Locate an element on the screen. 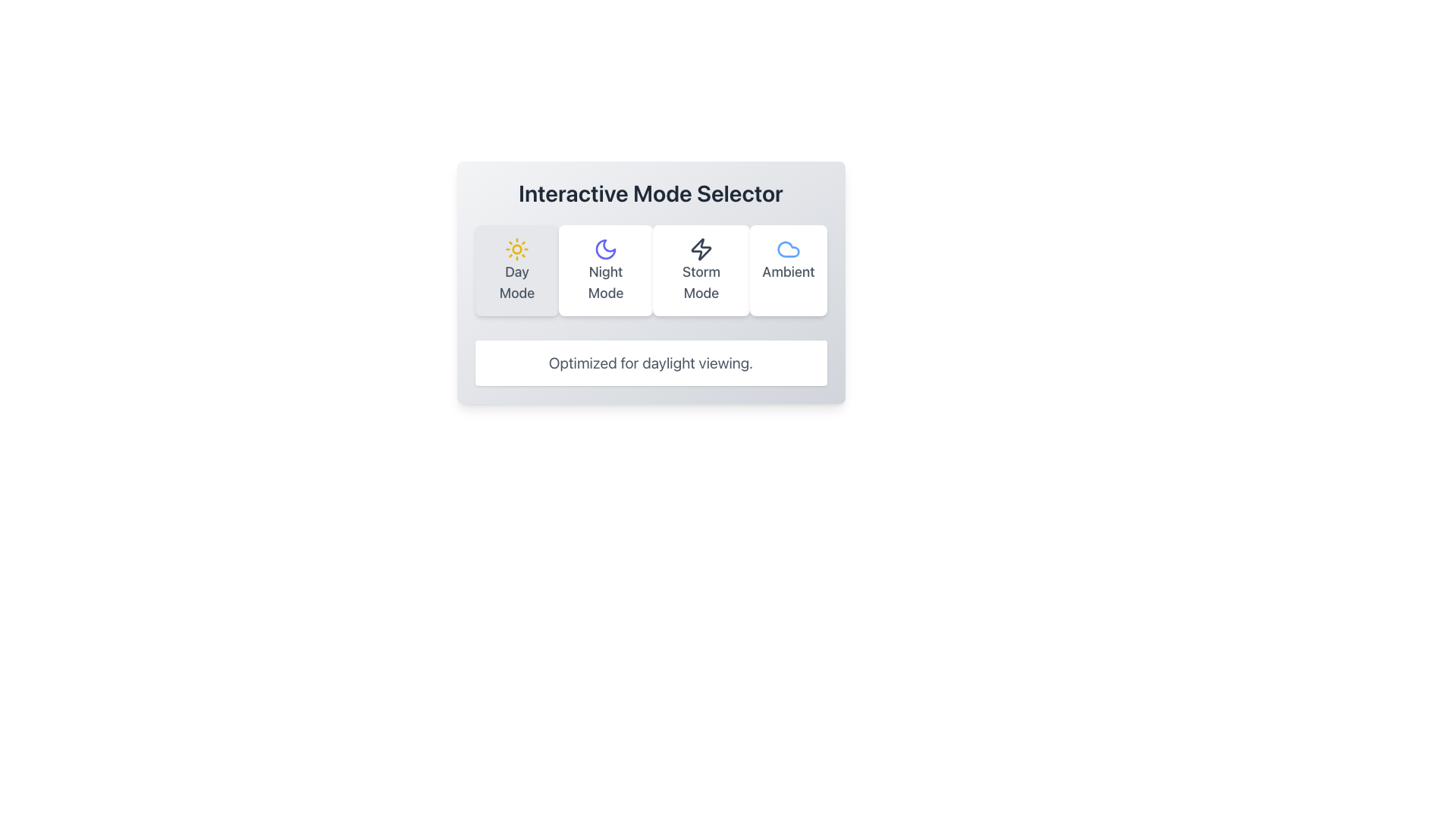 The height and width of the screenshot is (819, 1456). the 'Ambient' mode icon, which is the topmost visual element inside the button labeled 'Ambient' is located at coordinates (788, 248).